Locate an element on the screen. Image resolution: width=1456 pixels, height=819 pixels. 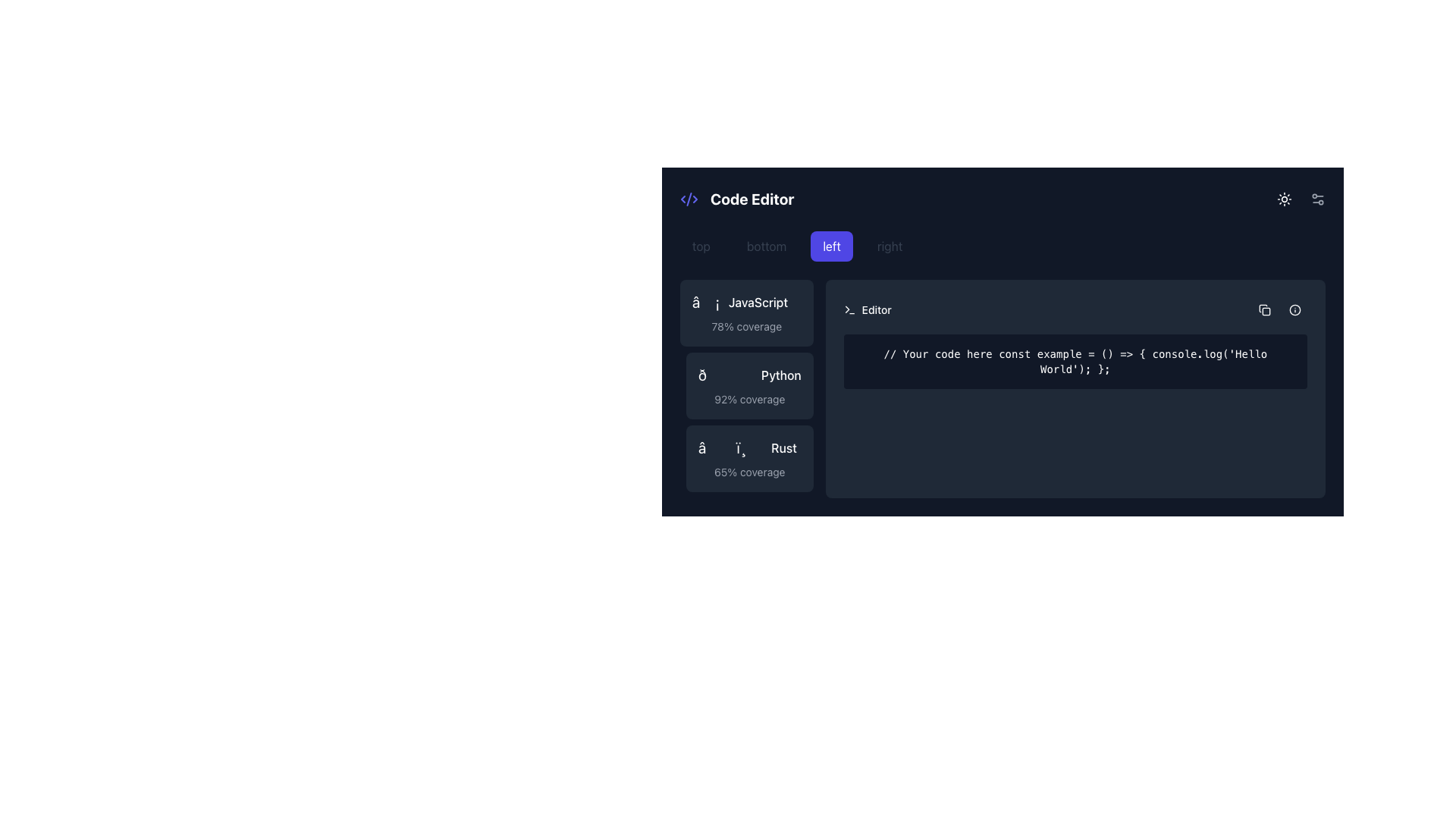
the information/help Icon button located to the far right side near the top of the code editor area is located at coordinates (1294, 309).